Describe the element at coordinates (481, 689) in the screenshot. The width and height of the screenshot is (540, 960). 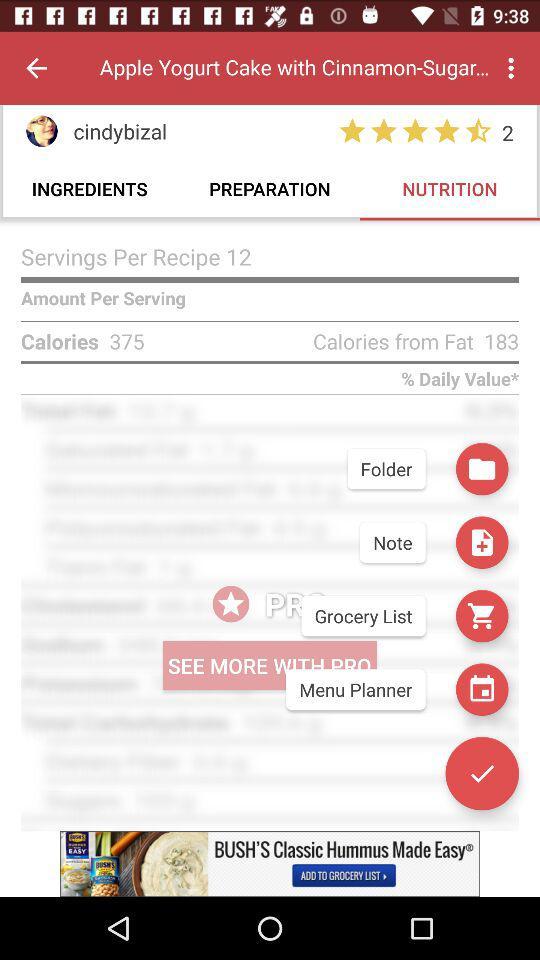
I see `the date_range icon` at that location.